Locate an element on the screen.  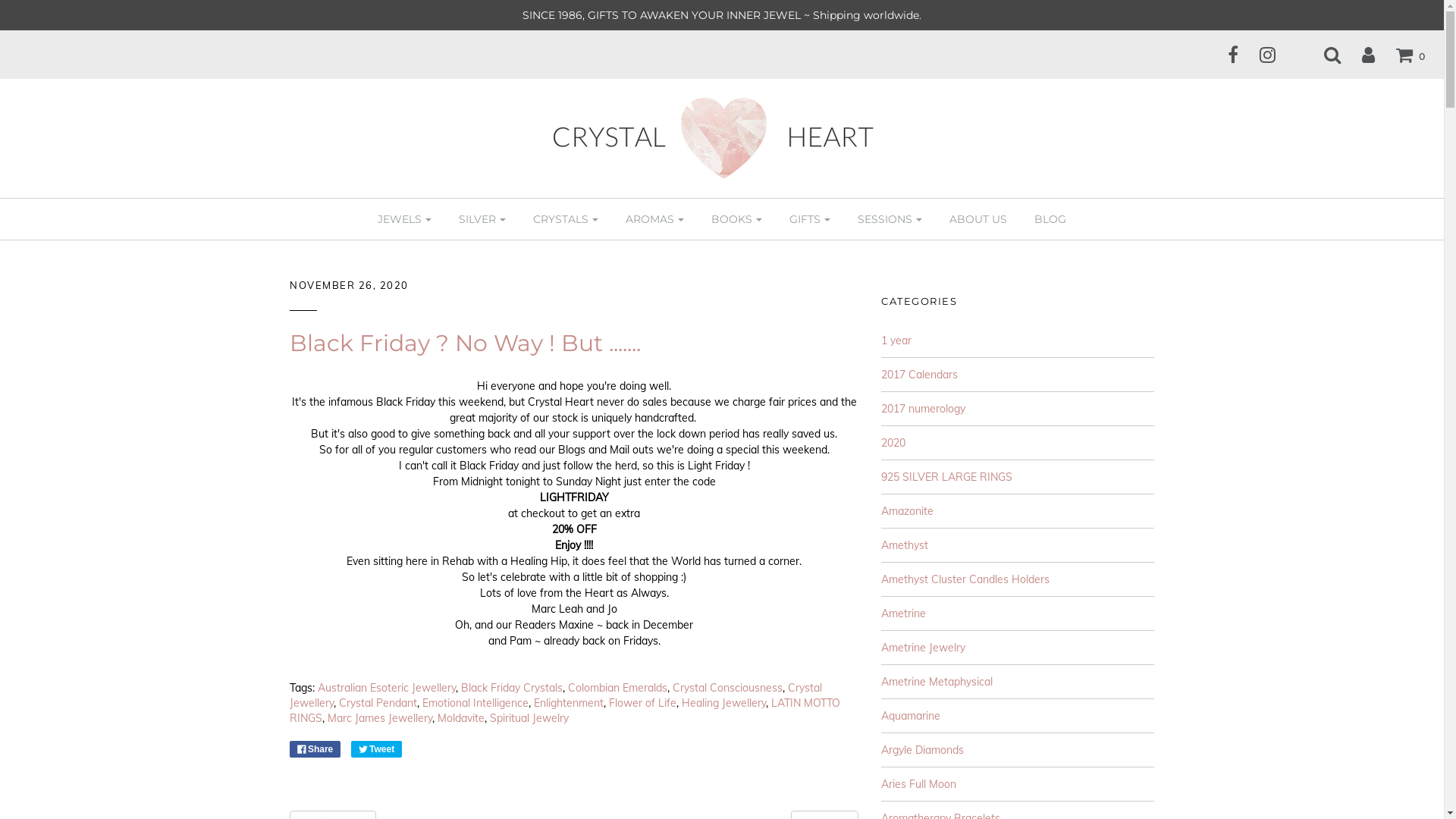
'2017 numerology' is located at coordinates (922, 408).